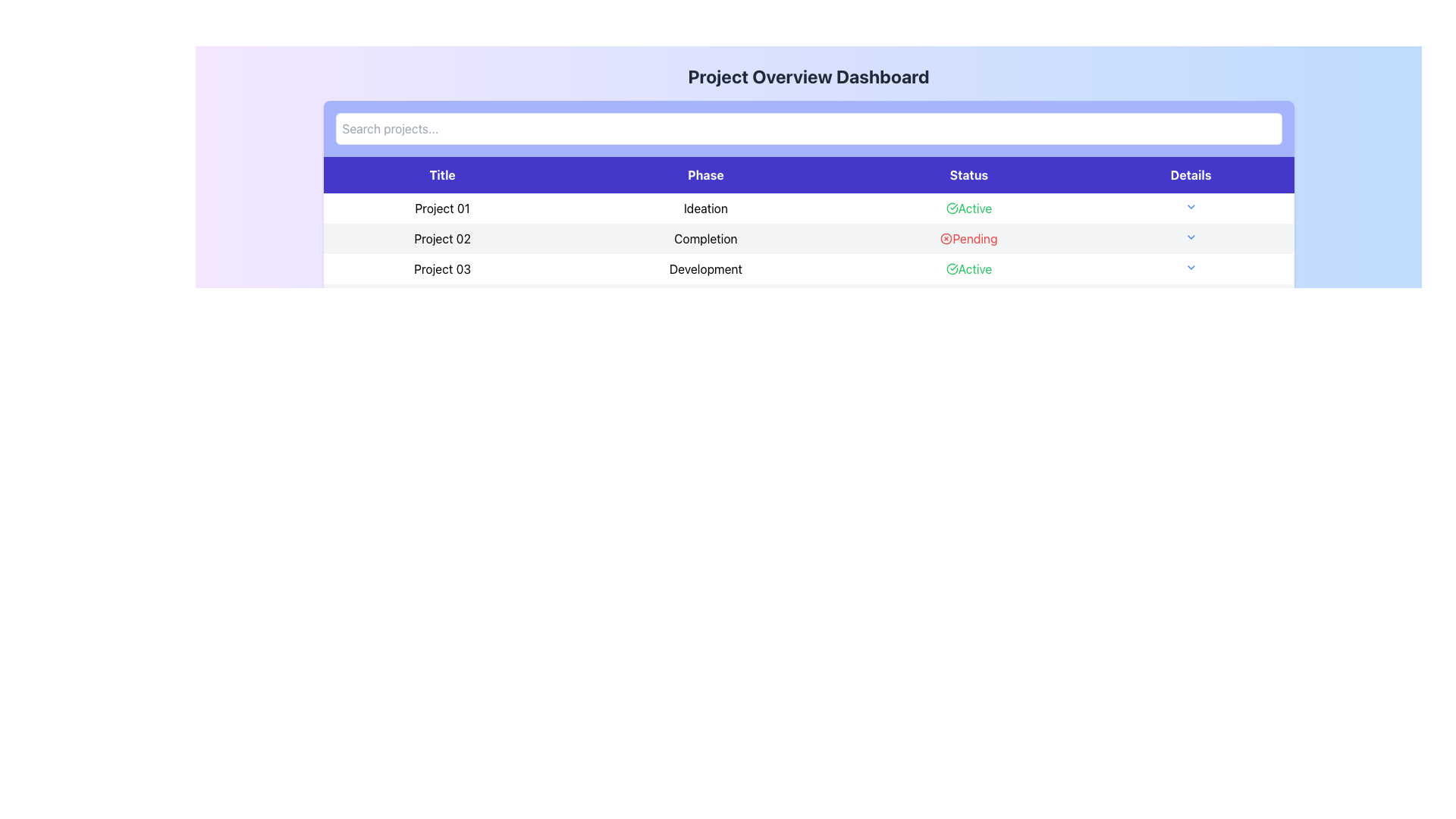  I want to click on the Status Indicator that shows the current project status as 'Active', located in the 'Ideation' row under the 'Status' column, so click(968, 208).